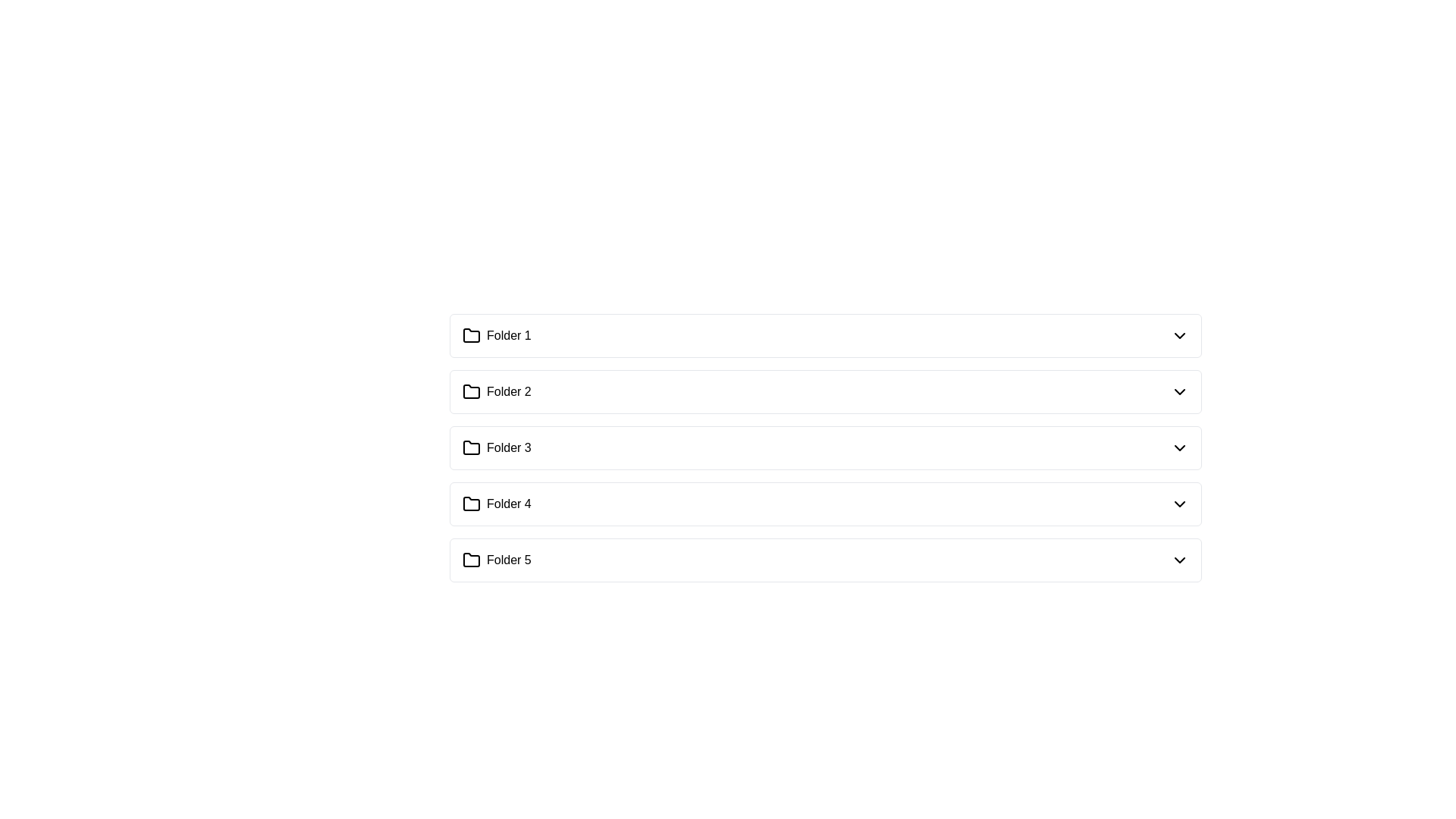 This screenshot has height=819, width=1456. Describe the element at coordinates (509, 504) in the screenshot. I see `the text label representing the fourth folder entry` at that location.